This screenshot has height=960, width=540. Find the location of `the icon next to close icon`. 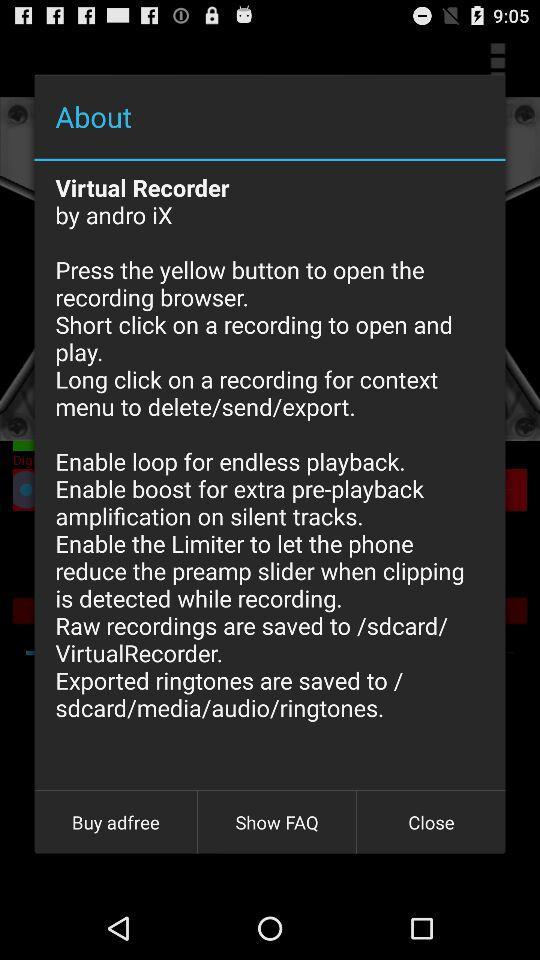

the icon next to close icon is located at coordinates (276, 822).